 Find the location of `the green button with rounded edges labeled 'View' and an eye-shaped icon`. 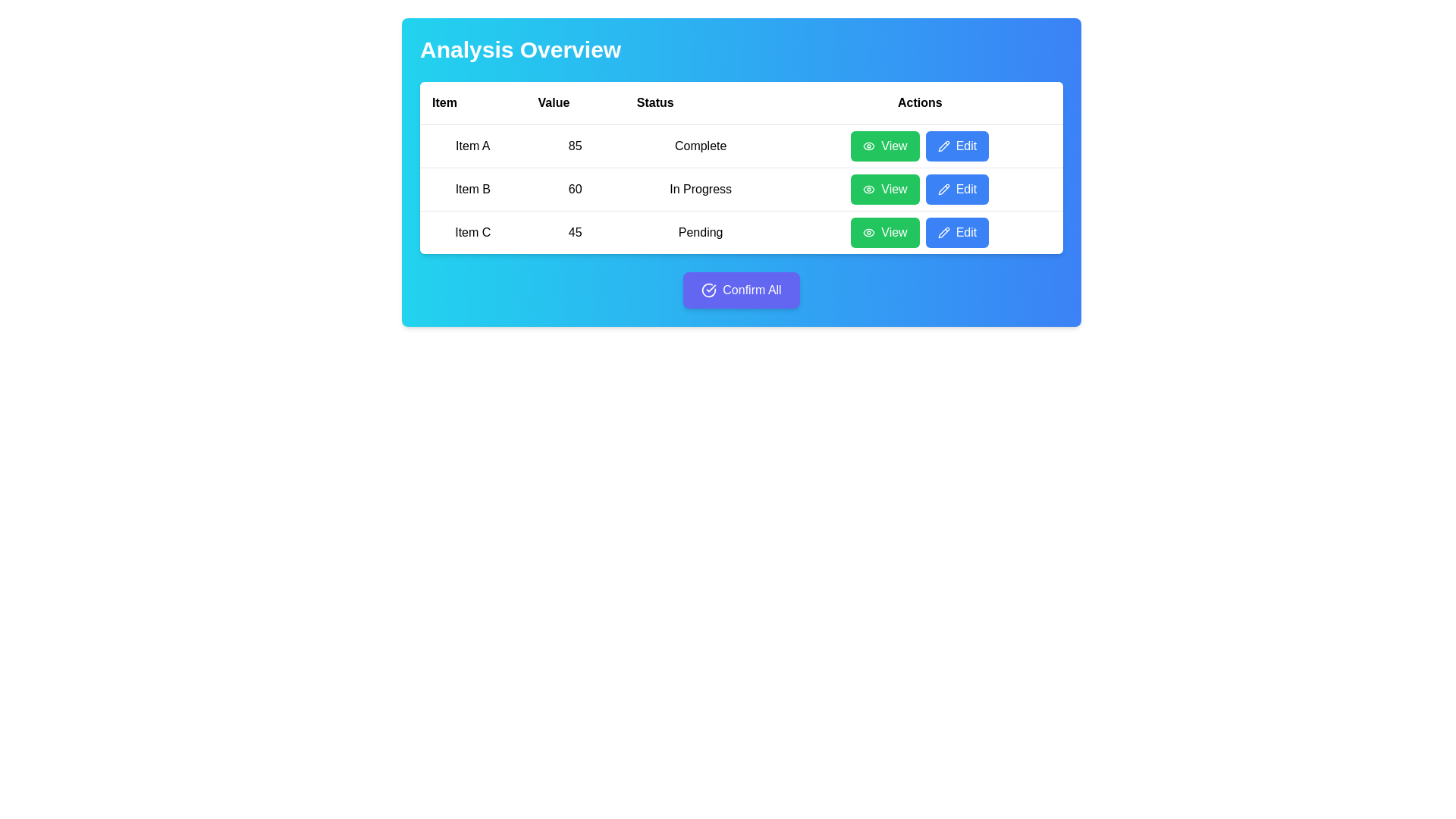

the green button with rounded edges labeled 'View' and an eye-shaped icon is located at coordinates (885, 189).